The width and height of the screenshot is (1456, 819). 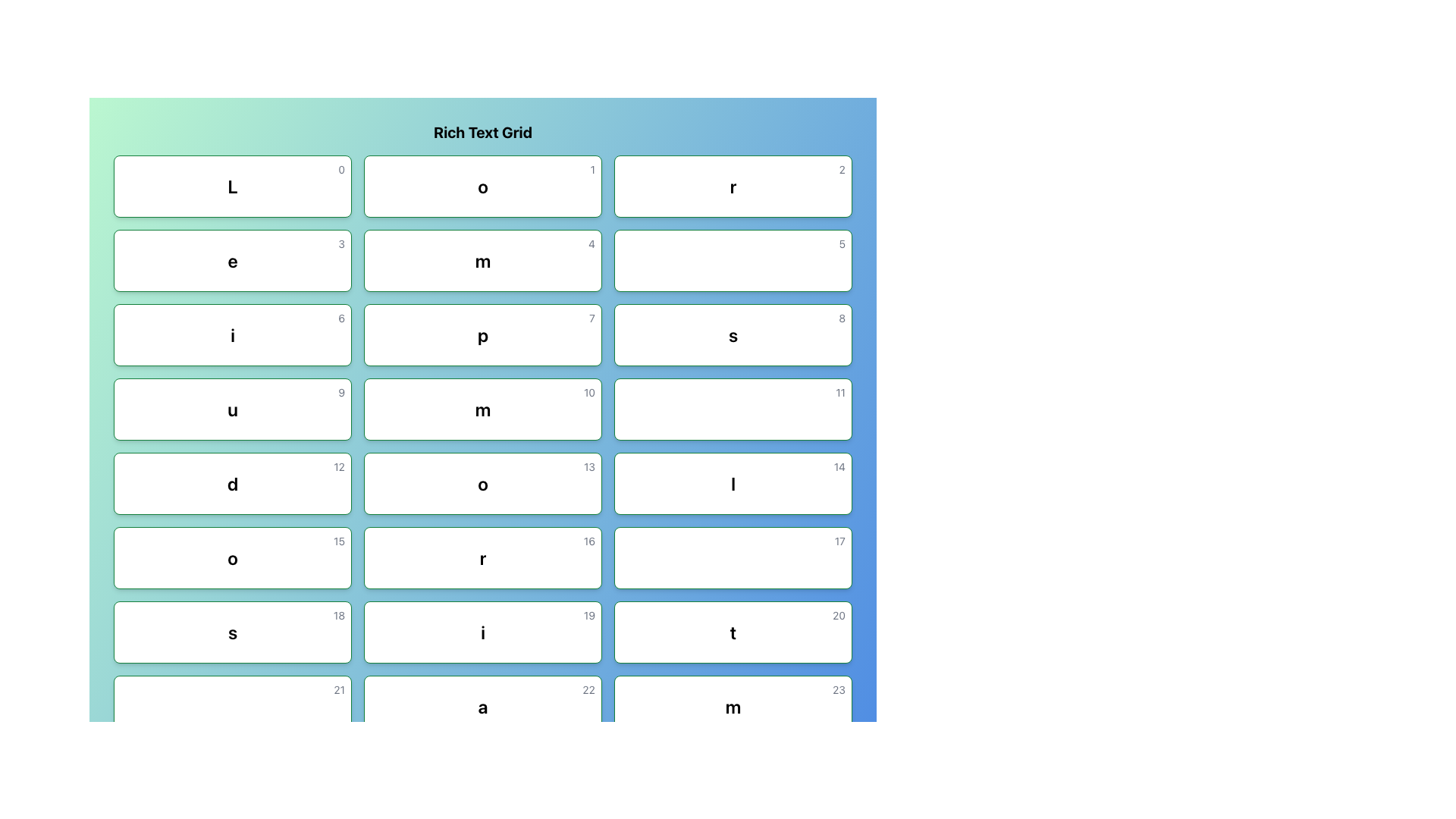 I want to click on the text label representing the letter 's' located in the eighth card of a grid layout, positioned in the third row and third column, so click(x=733, y=334).